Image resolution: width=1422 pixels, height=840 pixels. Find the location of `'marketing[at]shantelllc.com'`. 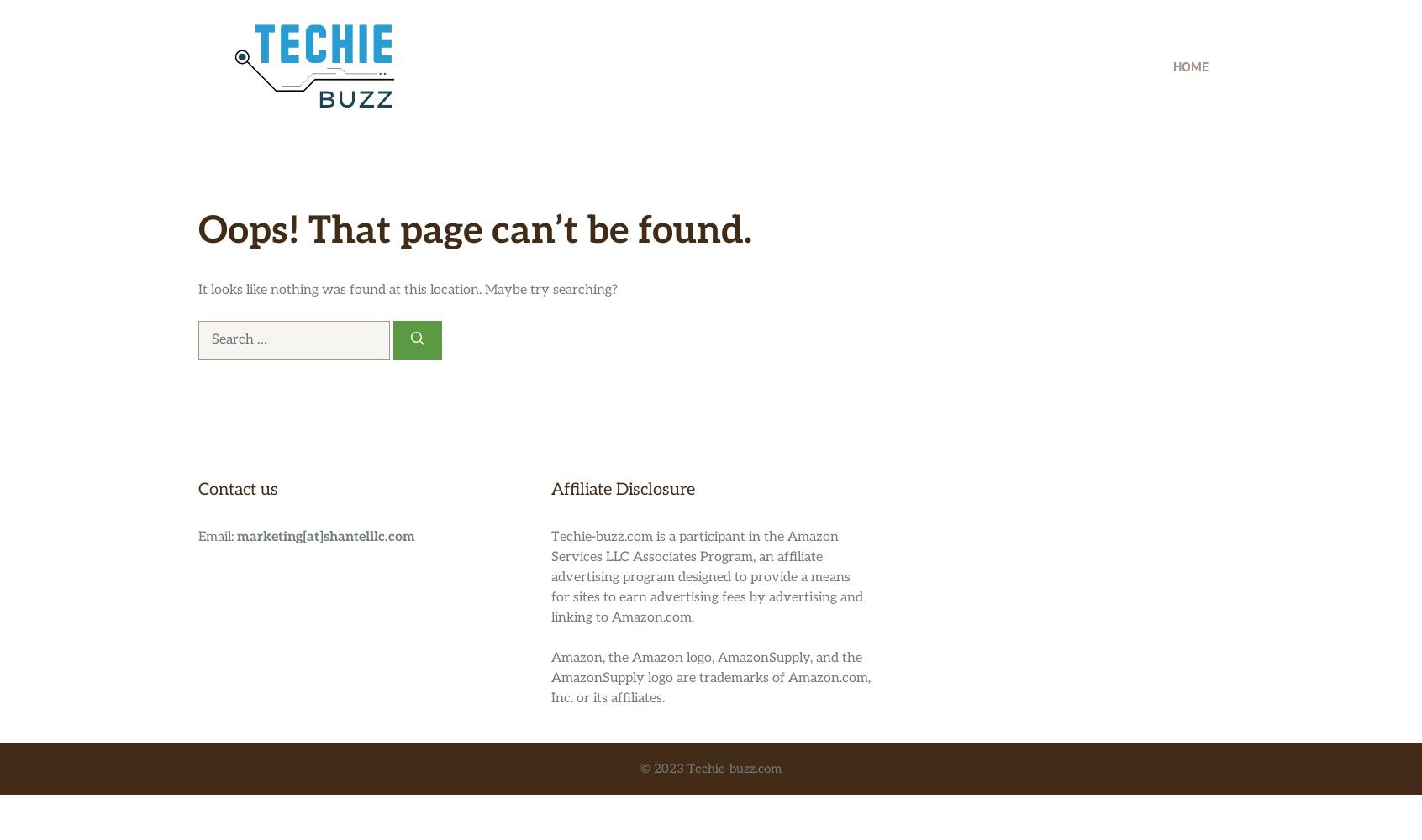

'marketing[at]shantelllc.com' is located at coordinates (325, 536).